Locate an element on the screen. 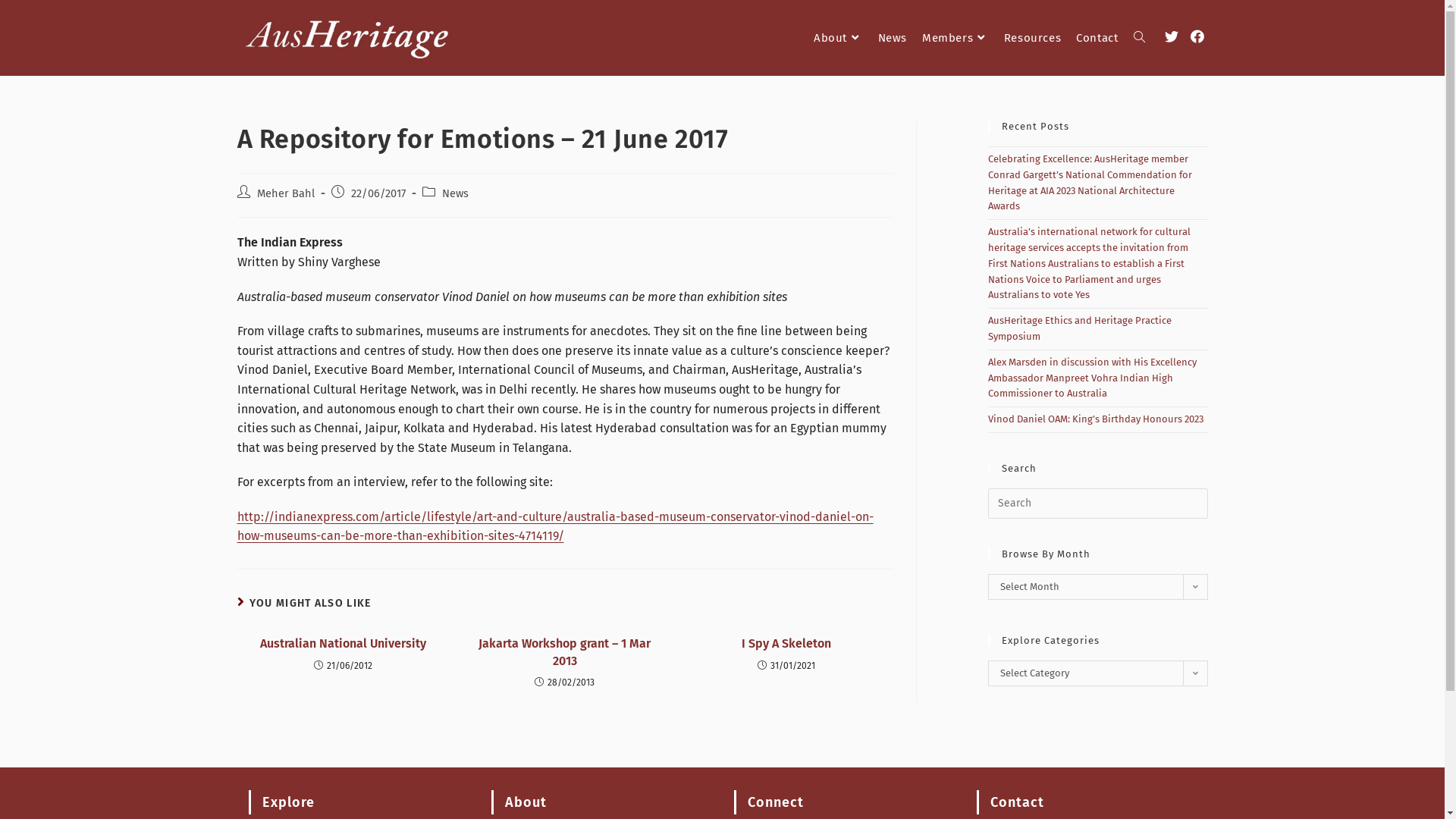 This screenshot has height=819, width=1456. 'Resources' is located at coordinates (1031, 37).